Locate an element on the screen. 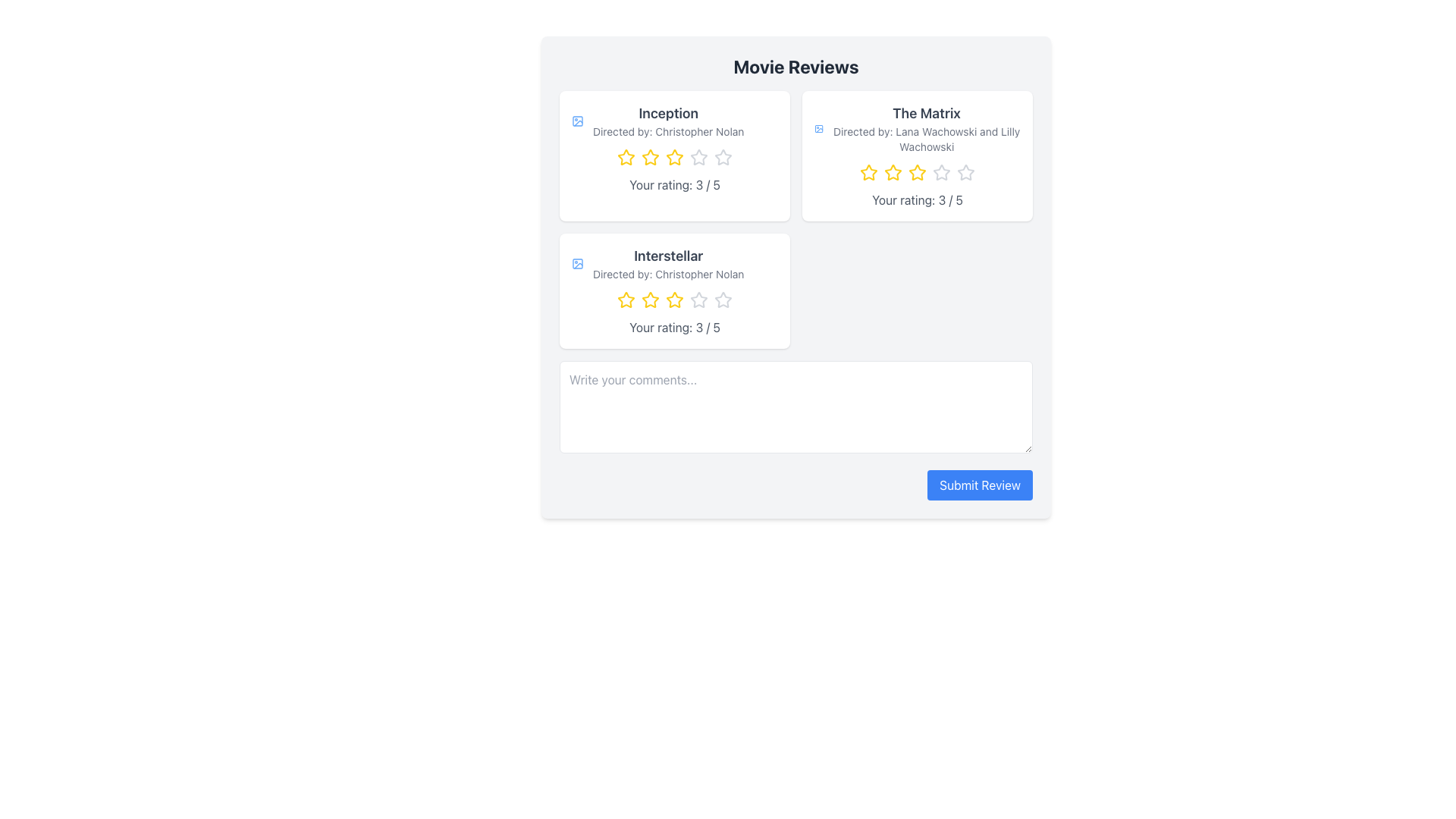 This screenshot has height=819, width=1456. the submit button located at the bottom-right corner of the review form is located at coordinates (980, 485).